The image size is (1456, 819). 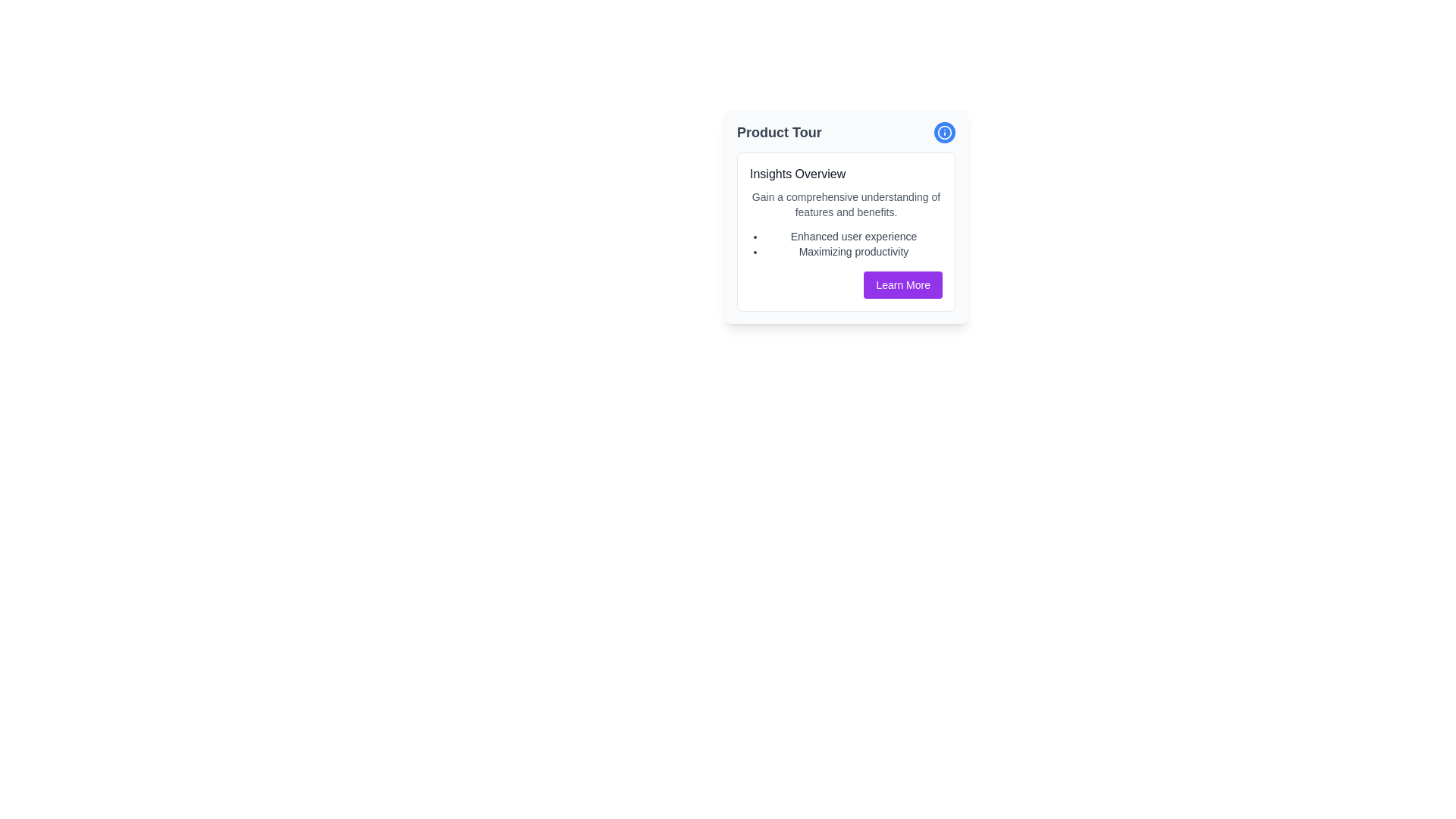 What do you see at coordinates (944, 131) in the screenshot?
I see `the informational help button located to the right of the 'Product Tour' heading` at bounding box center [944, 131].